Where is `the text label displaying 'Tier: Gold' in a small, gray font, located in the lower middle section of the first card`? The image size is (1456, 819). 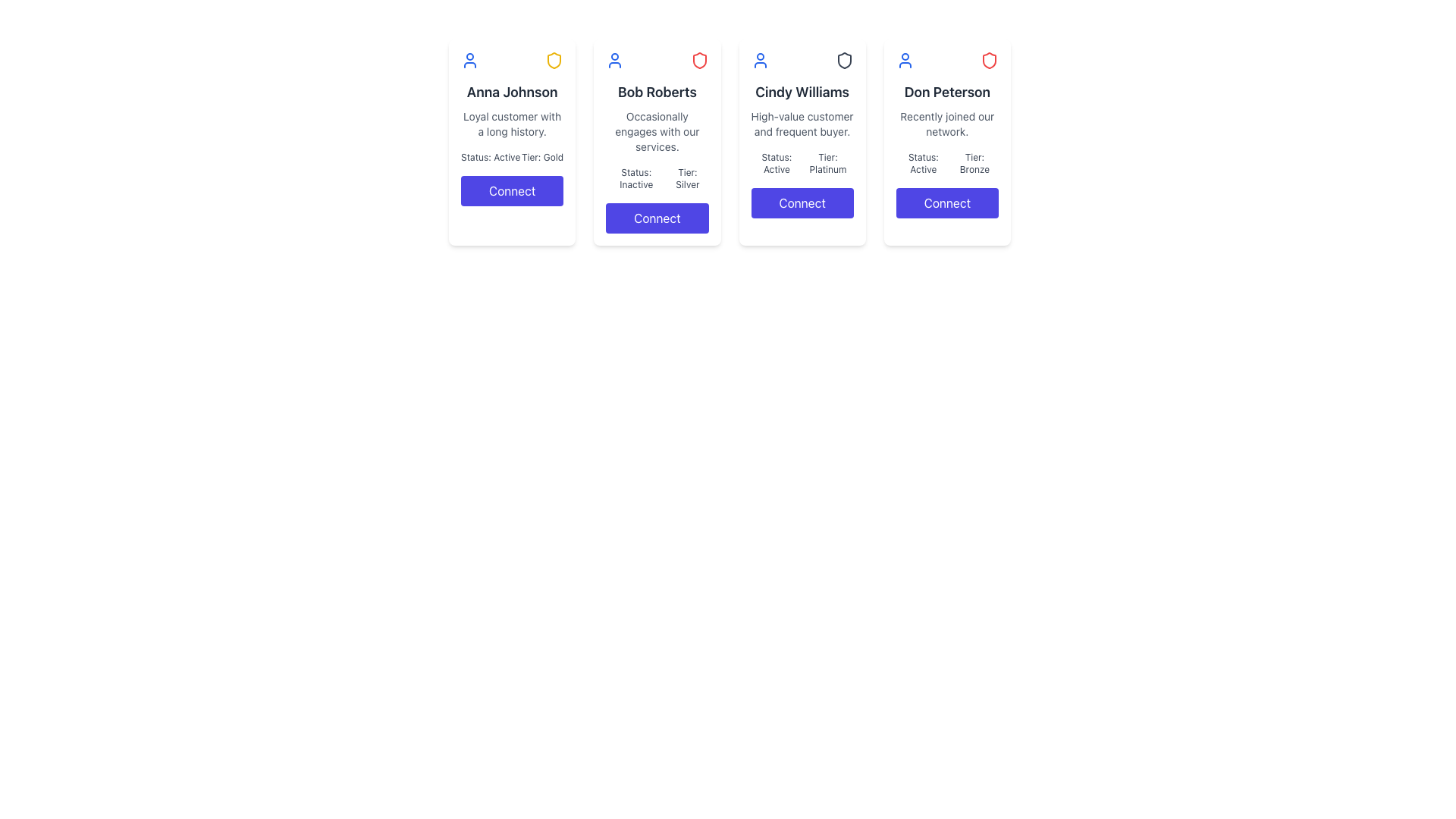
the text label displaying 'Tier: Gold' in a small, gray font, located in the lower middle section of the first card is located at coordinates (542, 158).